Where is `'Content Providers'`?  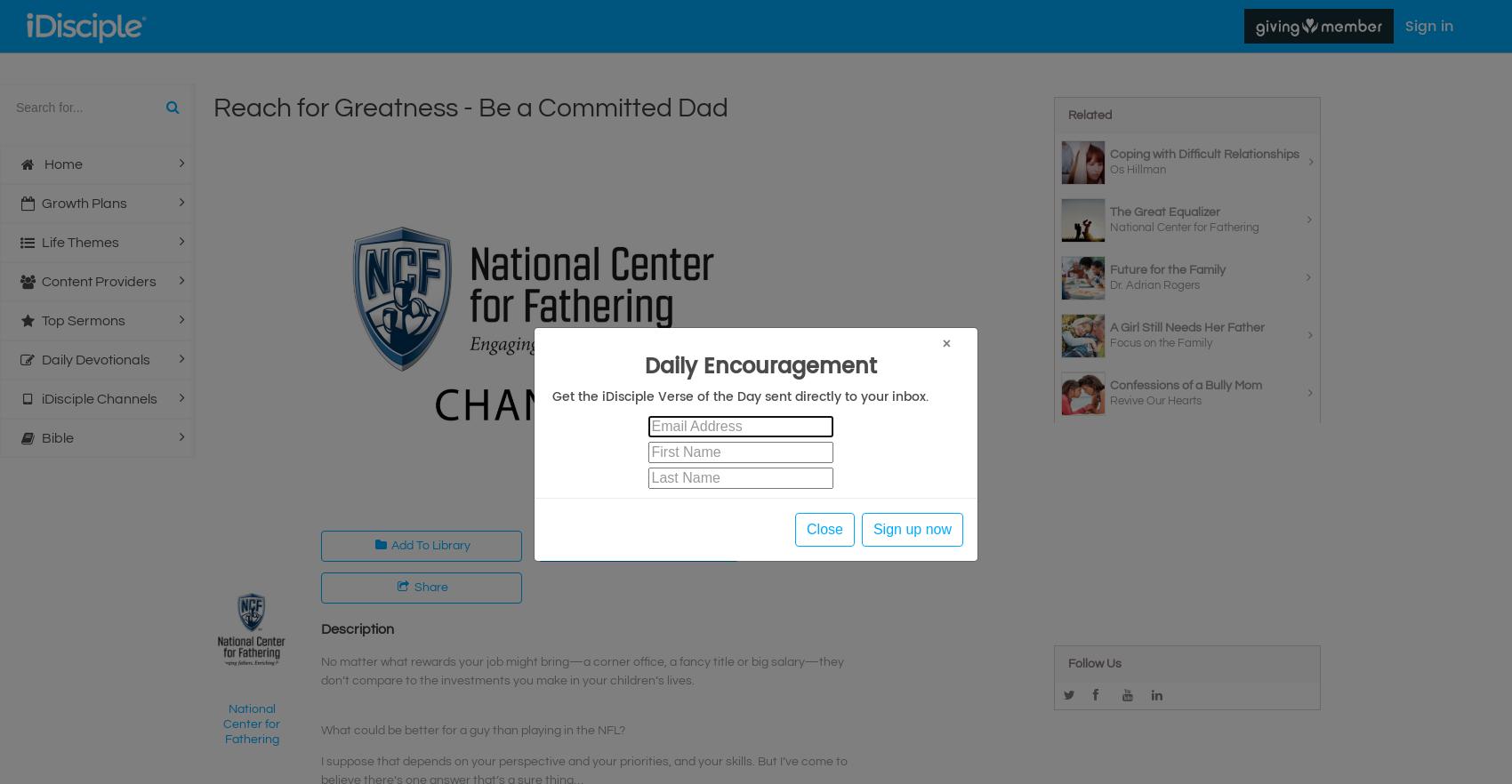
'Content Providers' is located at coordinates (97, 281).